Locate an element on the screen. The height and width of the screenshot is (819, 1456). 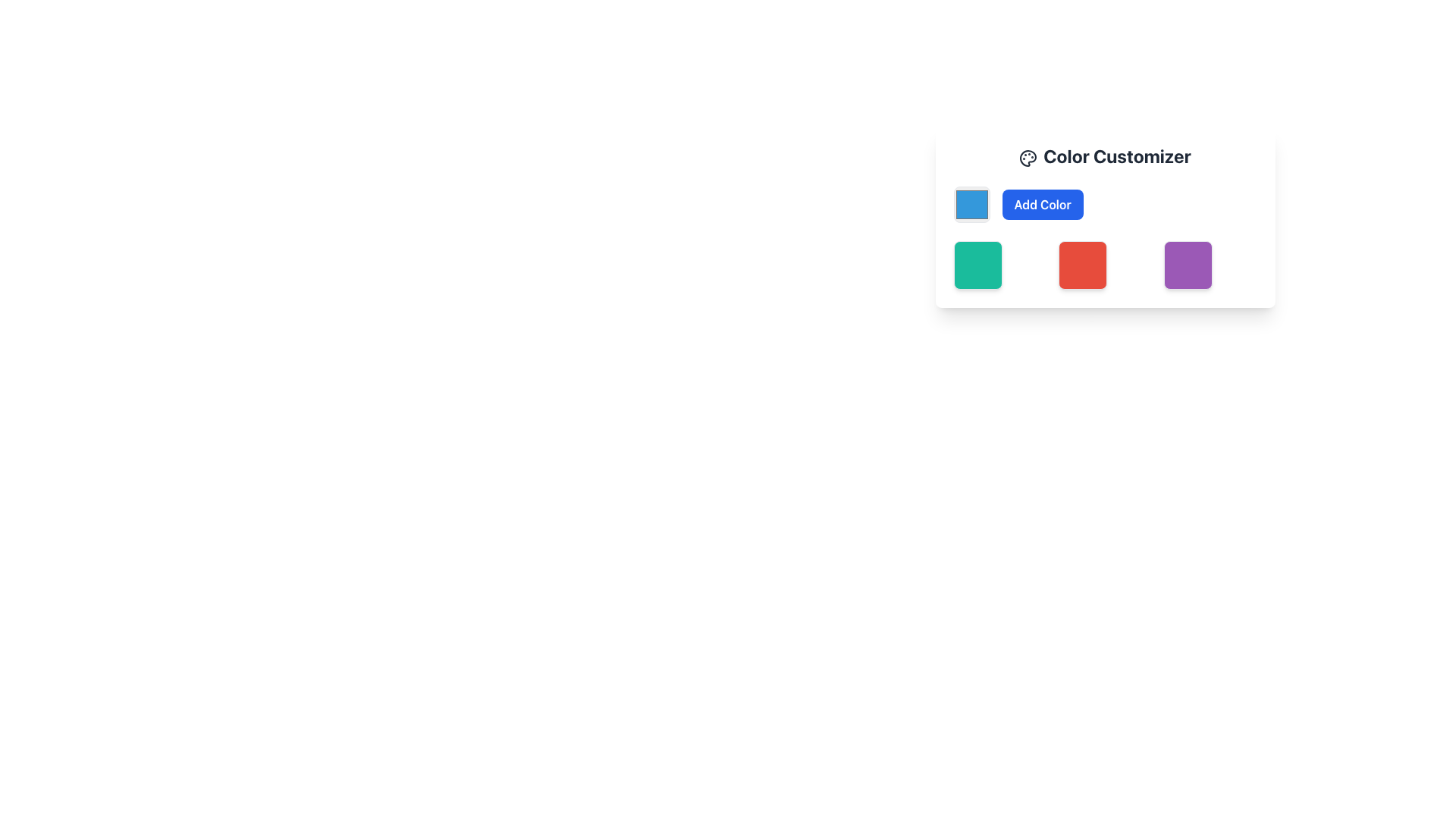
the button located to the right of the square color picker box is located at coordinates (1041, 205).